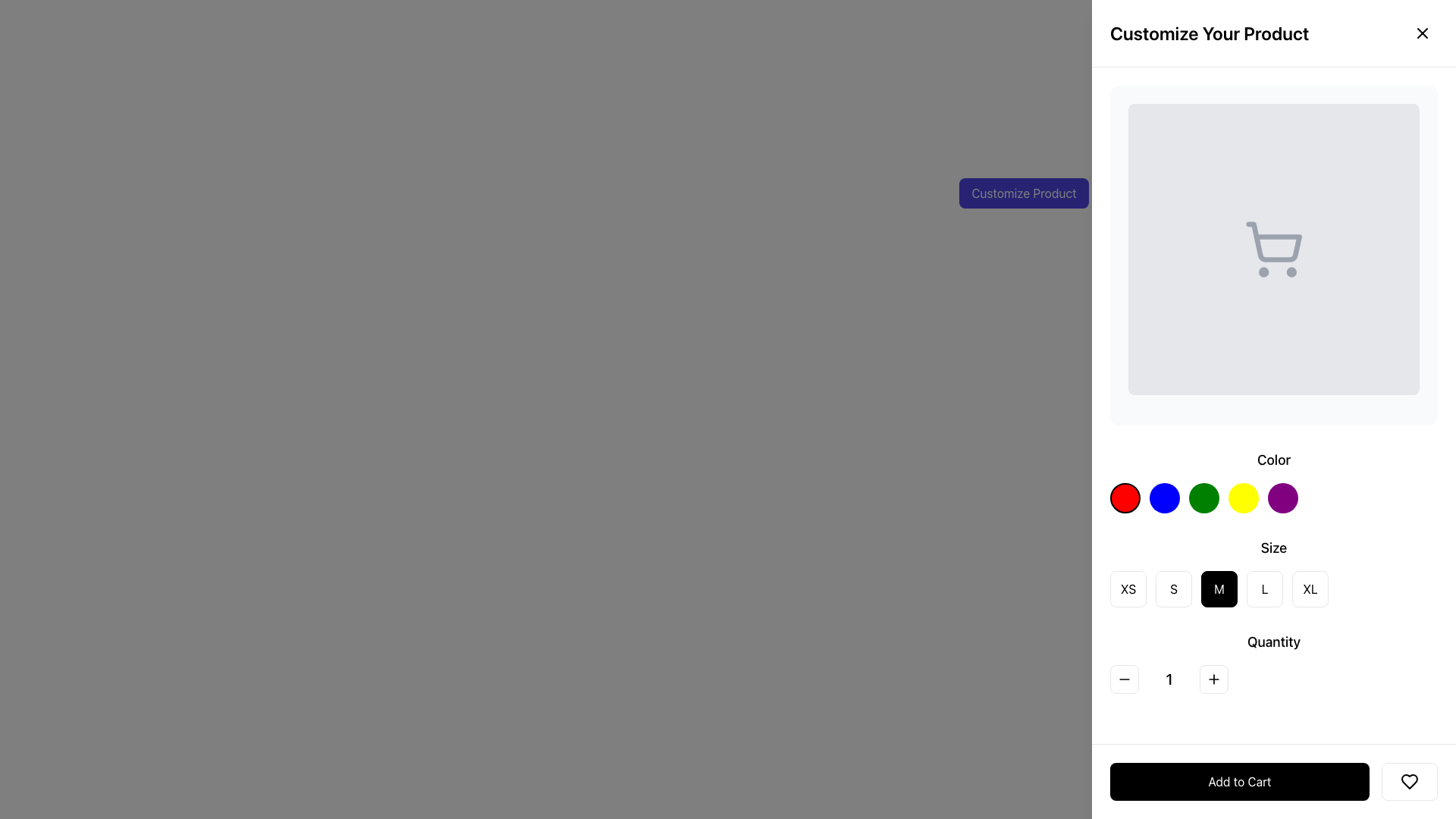 This screenshot has width=1456, height=819. What do you see at coordinates (1274, 642) in the screenshot?
I see `the text label that serves as a quantity label for the controls below it in the product customization panel` at bounding box center [1274, 642].